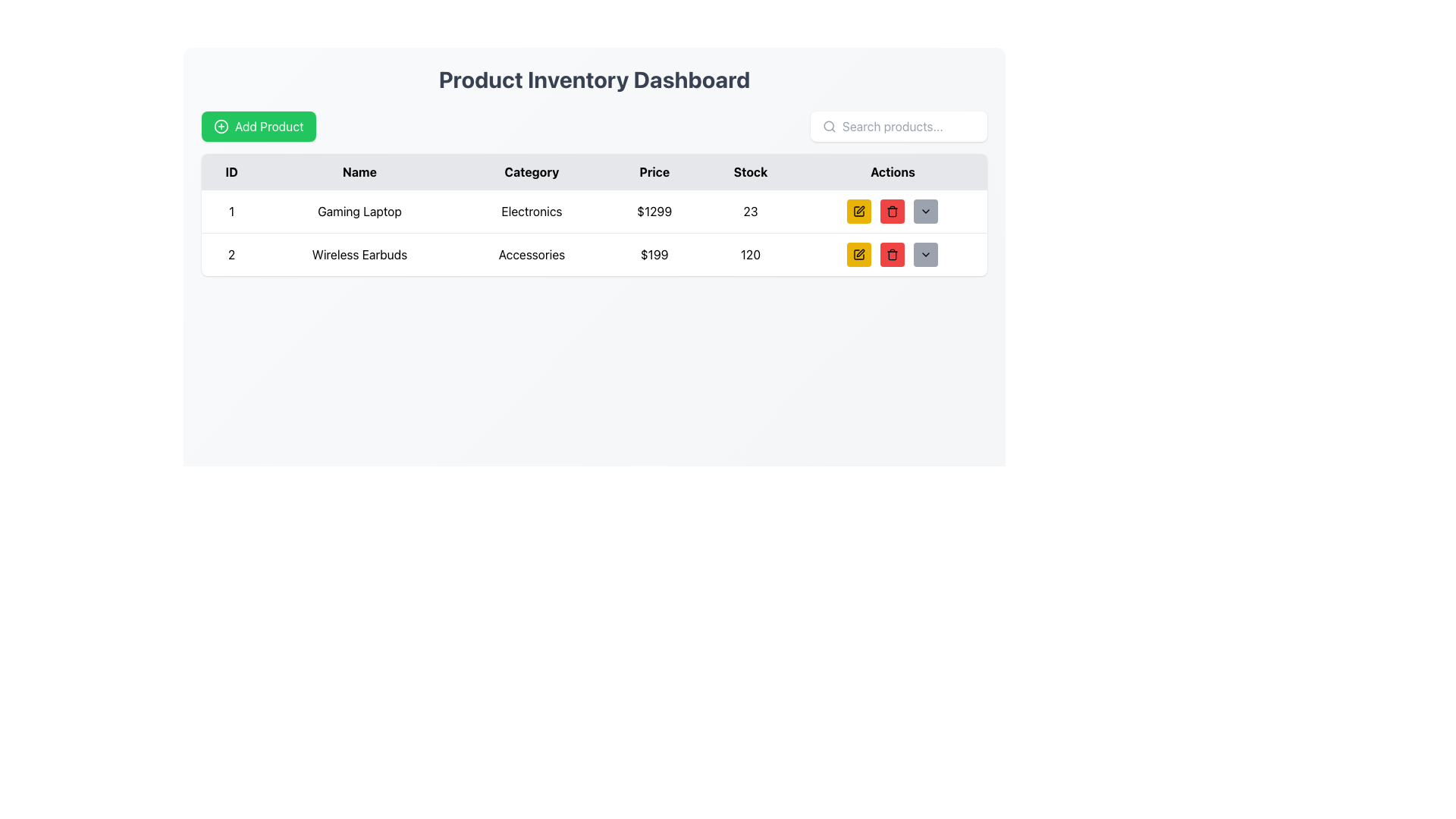 This screenshot has width=1456, height=819. Describe the element at coordinates (532, 253) in the screenshot. I see `the 'Accessories' text element in the 'Category' column of the table corresponding to 'Wireless Earbuds'` at that location.